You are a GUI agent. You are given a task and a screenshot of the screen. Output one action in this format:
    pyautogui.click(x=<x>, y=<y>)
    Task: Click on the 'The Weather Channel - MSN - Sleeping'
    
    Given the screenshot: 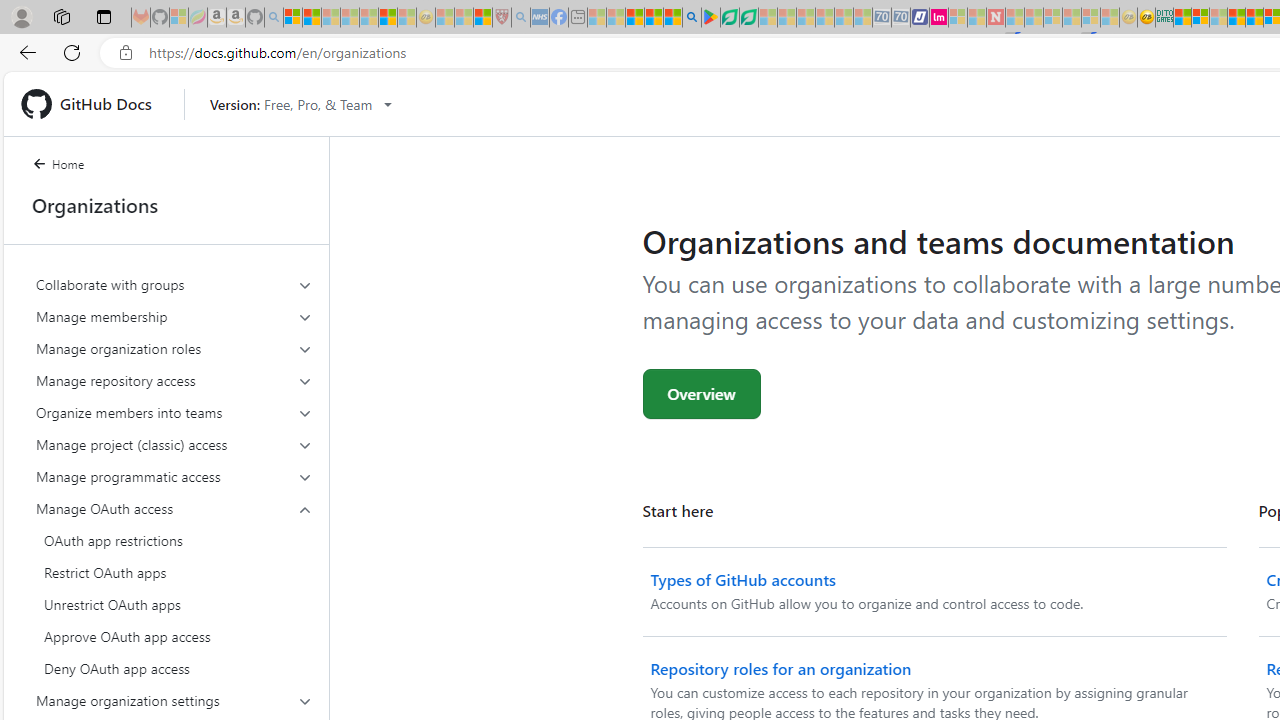 What is the action you would take?
    pyautogui.click(x=331, y=17)
    